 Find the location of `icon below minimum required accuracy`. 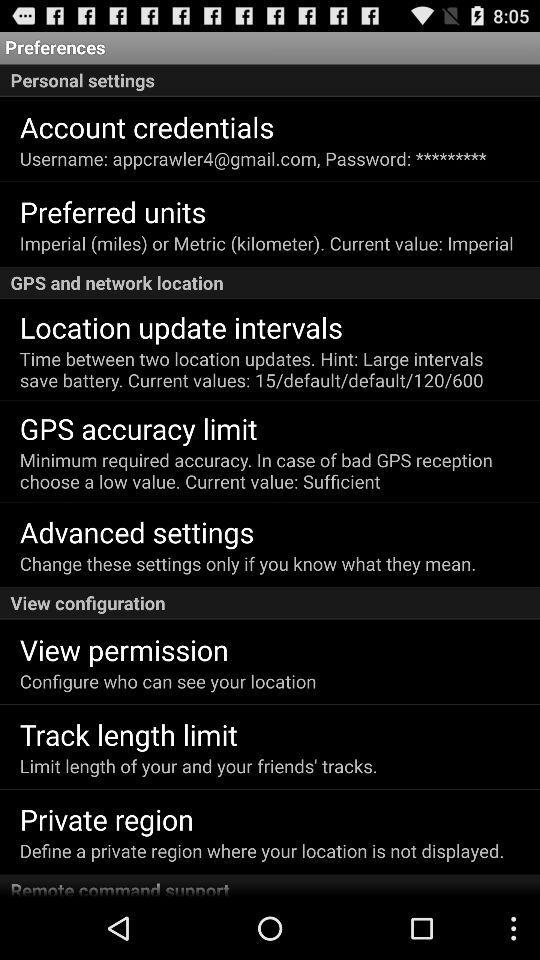

icon below minimum required accuracy is located at coordinates (136, 530).